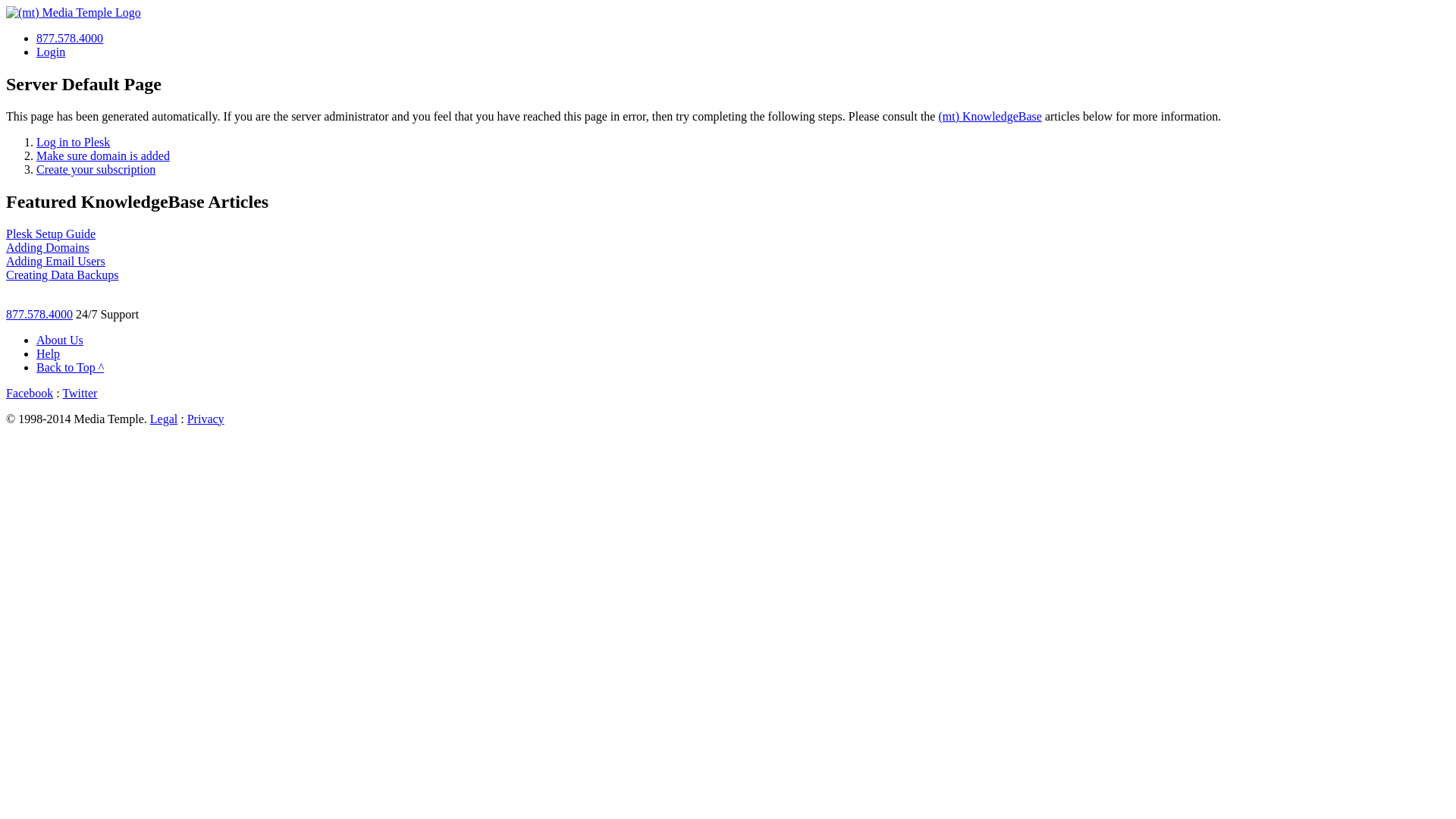 The width and height of the screenshot is (1456, 819). What do you see at coordinates (29, 392) in the screenshot?
I see `'Facebook'` at bounding box center [29, 392].